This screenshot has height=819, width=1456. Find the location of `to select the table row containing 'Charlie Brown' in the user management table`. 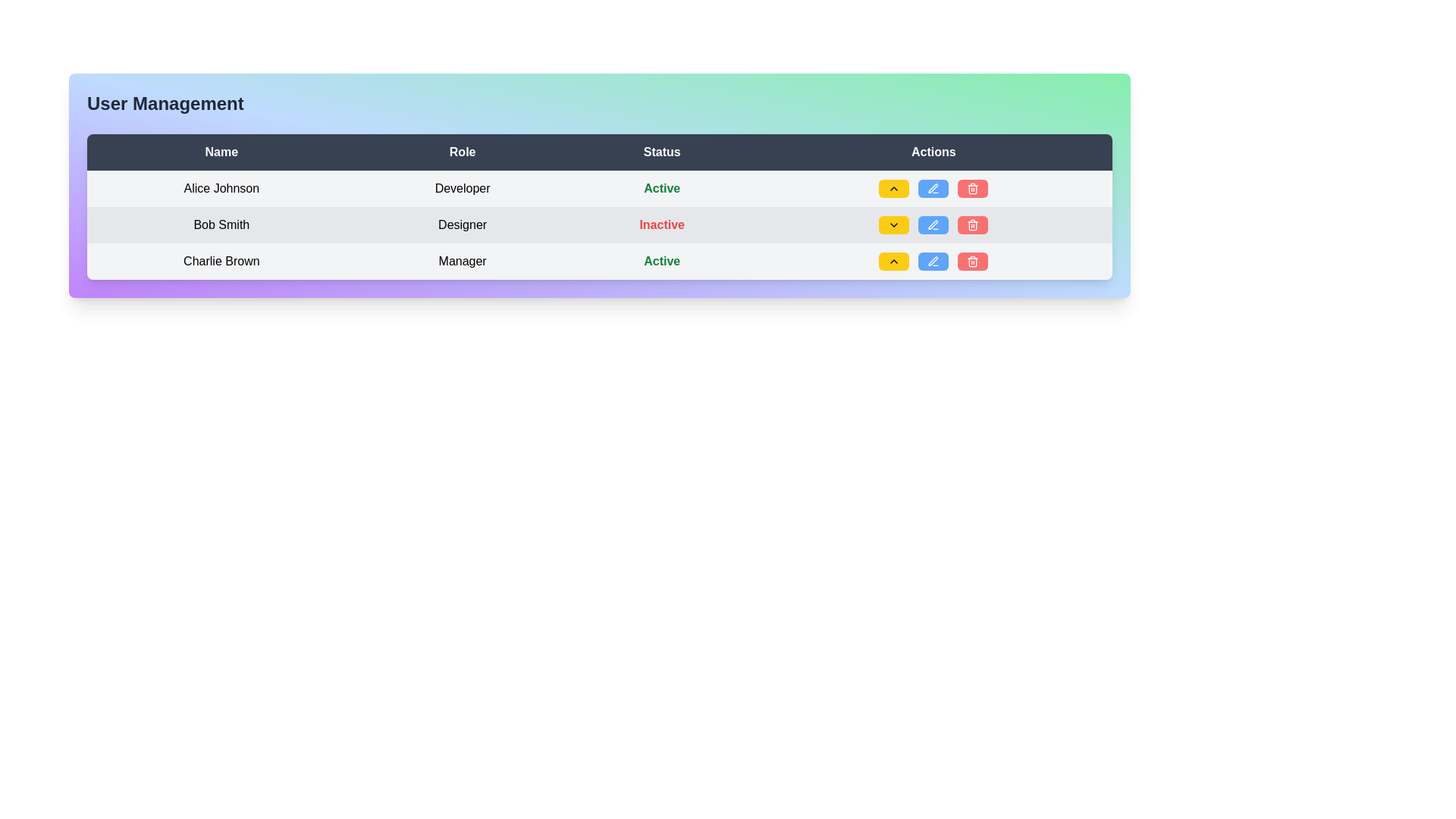

to select the table row containing 'Charlie Brown' in the user management table is located at coordinates (599, 260).